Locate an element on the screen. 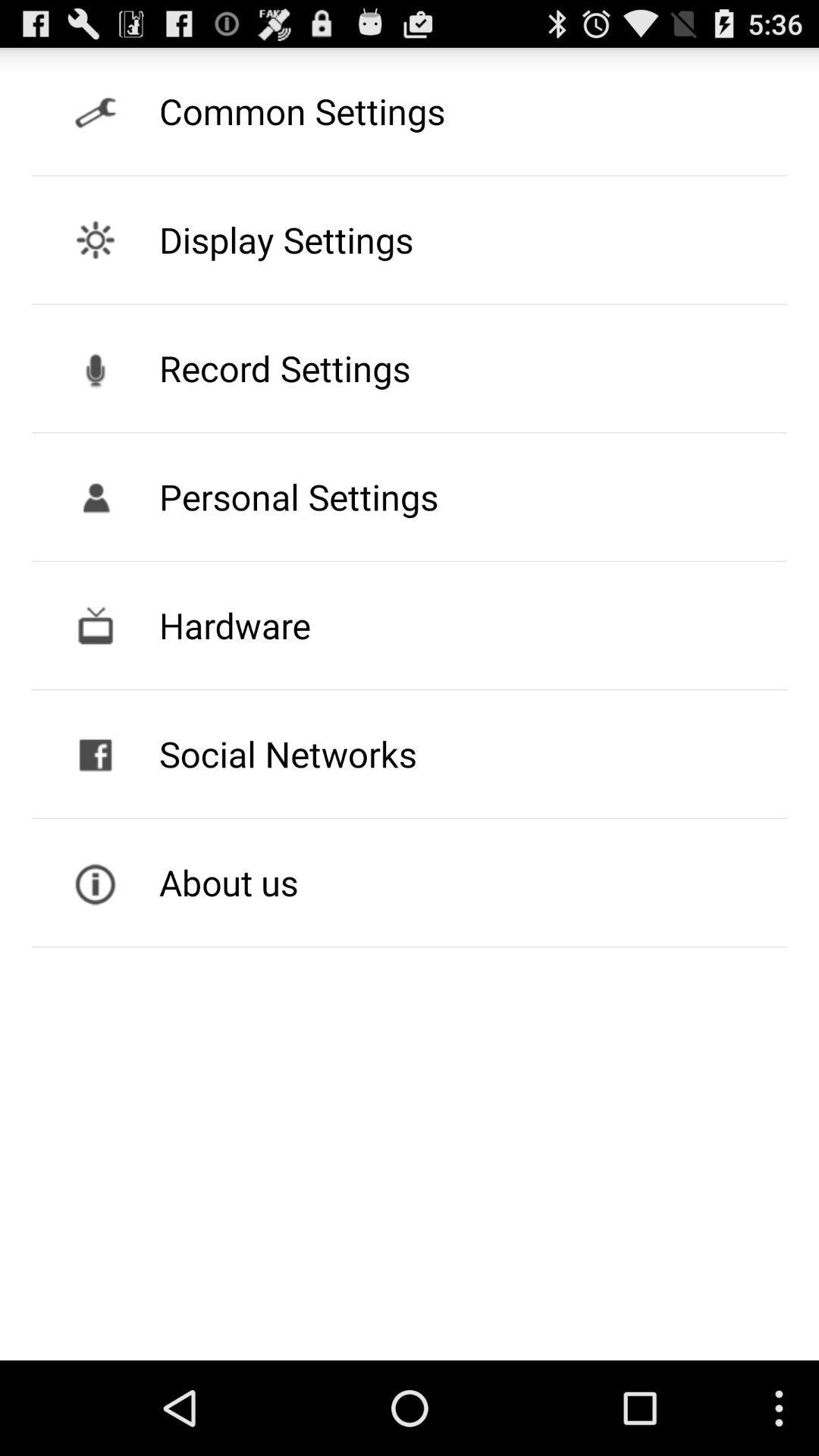 The height and width of the screenshot is (1456, 819). the icon beside hardware is located at coordinates (96, 626).